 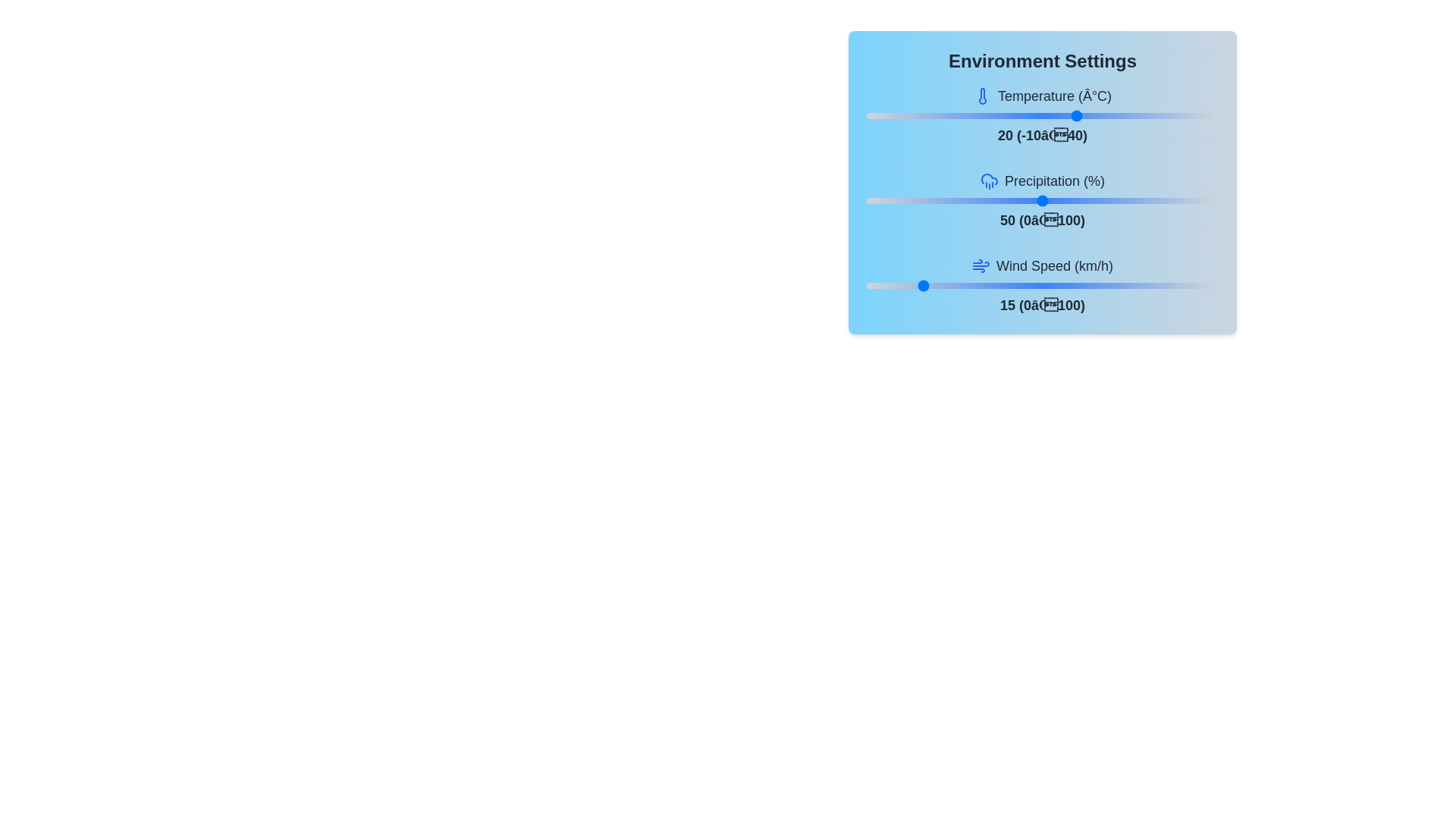 I want to click on the static text label displaying 'Precipitation (%)', which is aligned to the right of a rain cloud icon and is part of the weather parameter controls, so click(x=1054, y=180).